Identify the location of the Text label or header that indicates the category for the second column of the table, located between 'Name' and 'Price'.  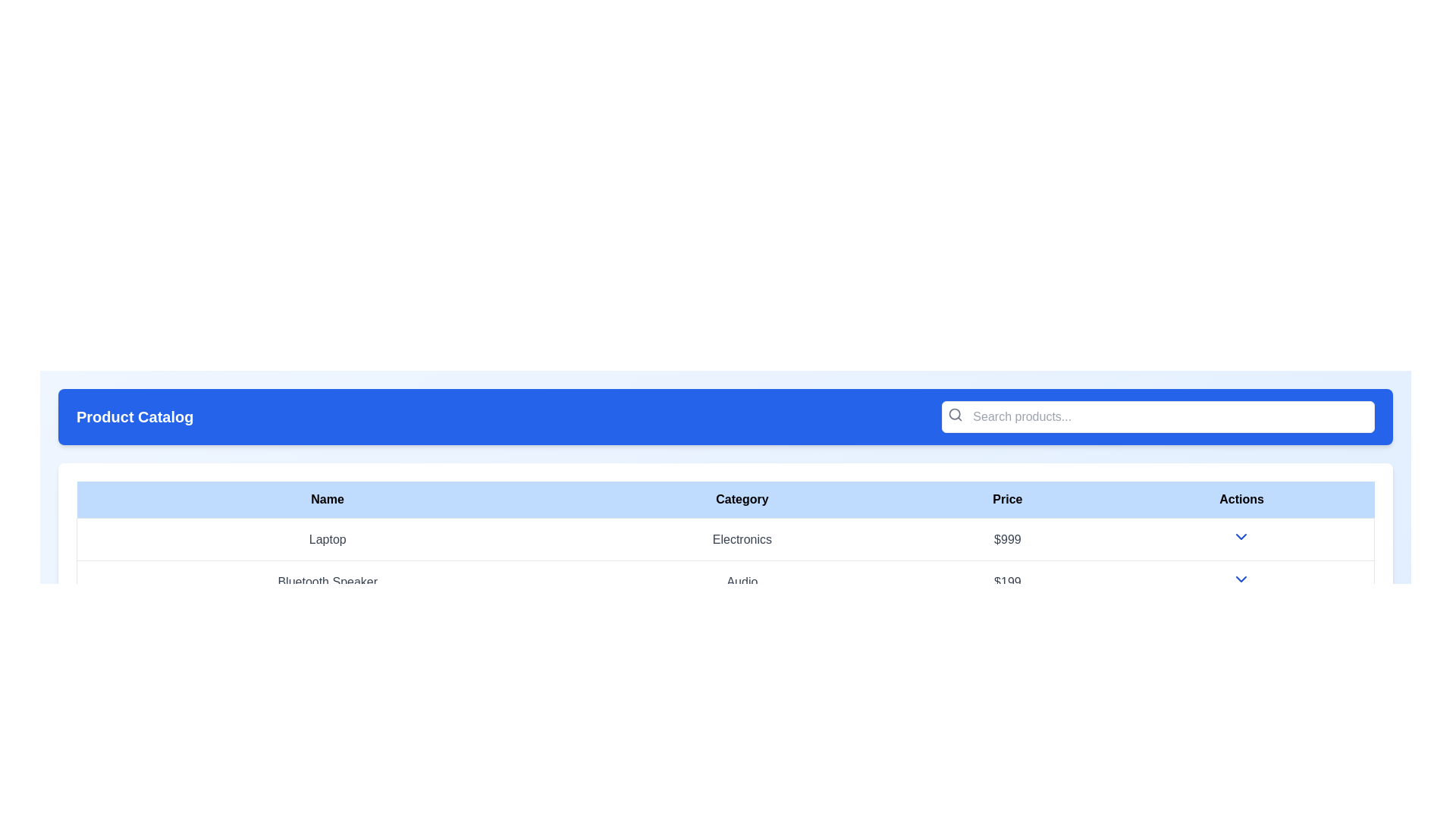
(742, 500).